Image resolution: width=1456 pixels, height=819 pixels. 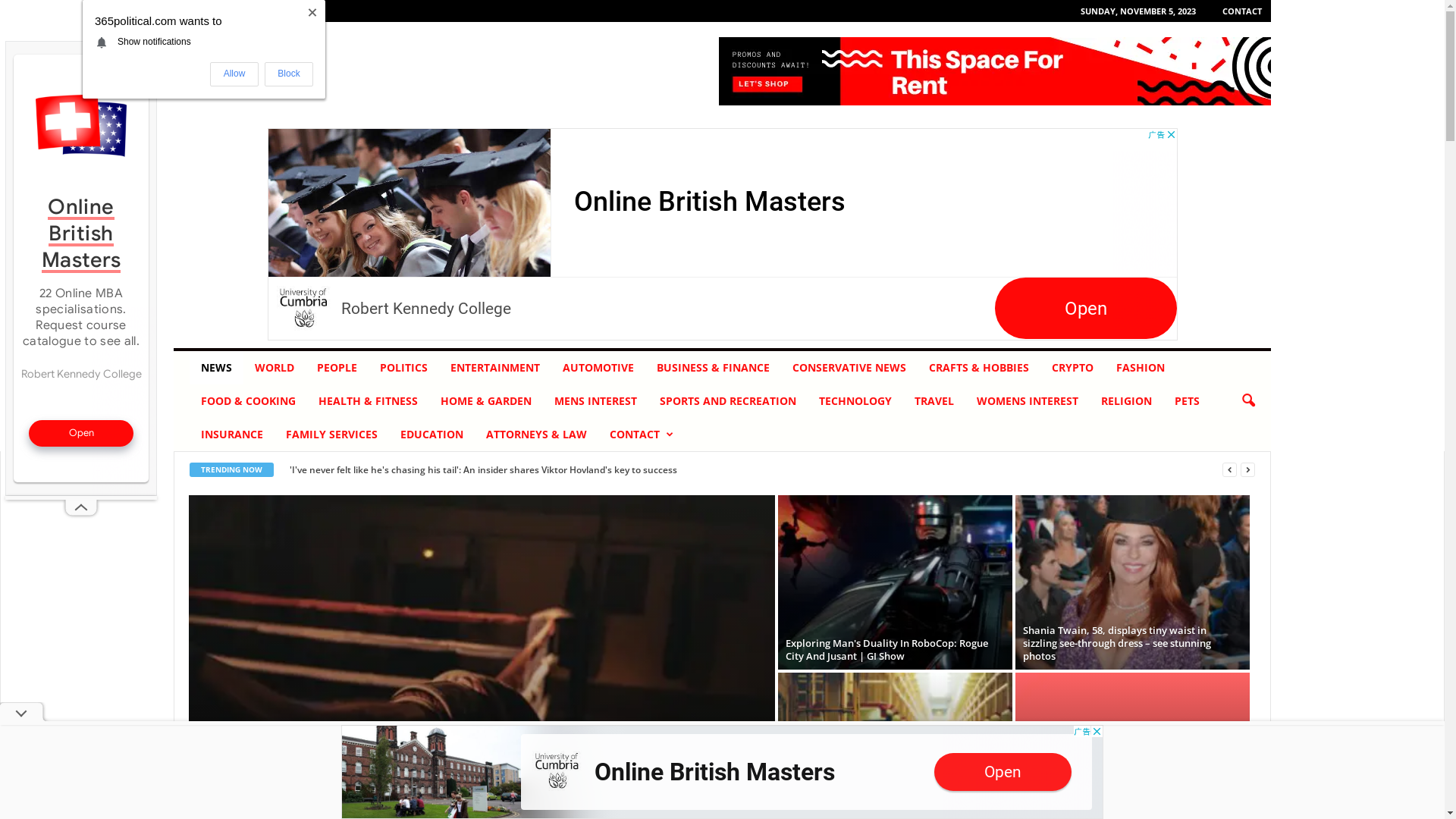 What do you see at coordinates (648, 400) in the screenshot?
I see `'SPORTS AND RECREATION'` at bounding box center [648, 400].